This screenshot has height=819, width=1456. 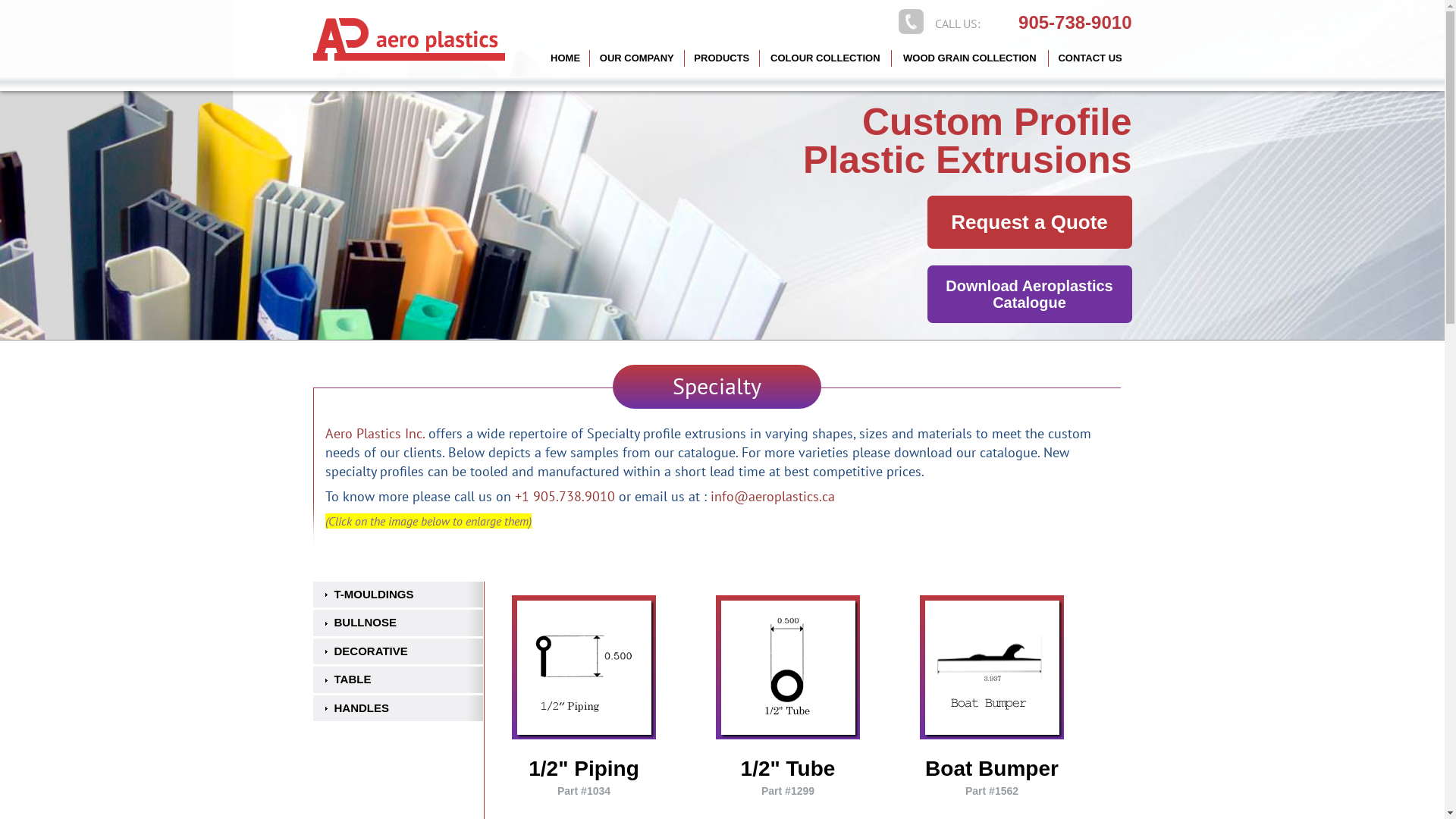 What do you see at coordinates (969, 58) in the screenshot?
I see `'WOOD GRAIN COLLECTION'` at bounding box center [969, 58].